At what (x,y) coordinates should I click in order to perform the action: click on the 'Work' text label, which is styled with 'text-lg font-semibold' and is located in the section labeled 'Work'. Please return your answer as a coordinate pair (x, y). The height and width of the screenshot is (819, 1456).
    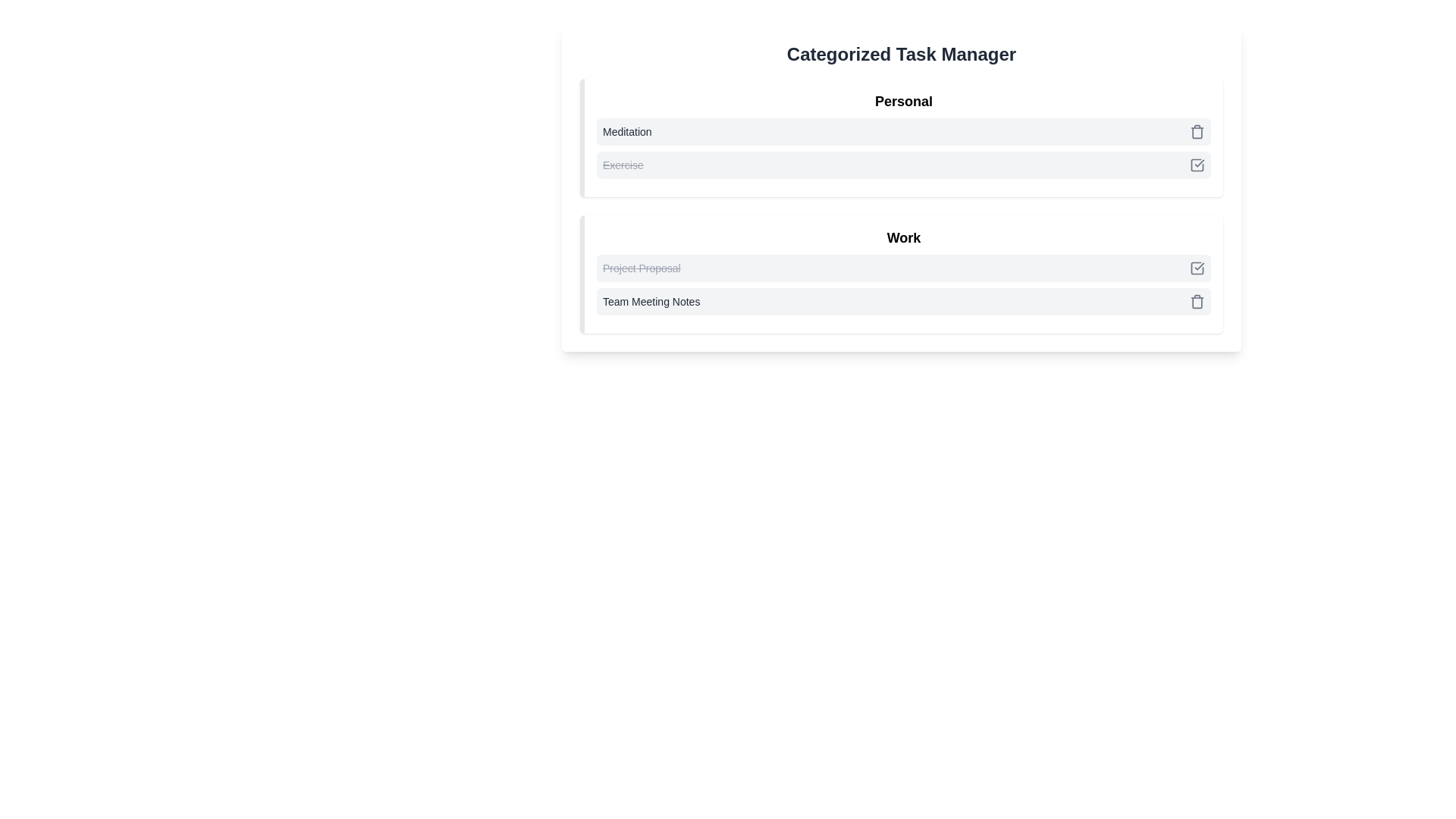
    Looking at the image, I should click on (903, 237).